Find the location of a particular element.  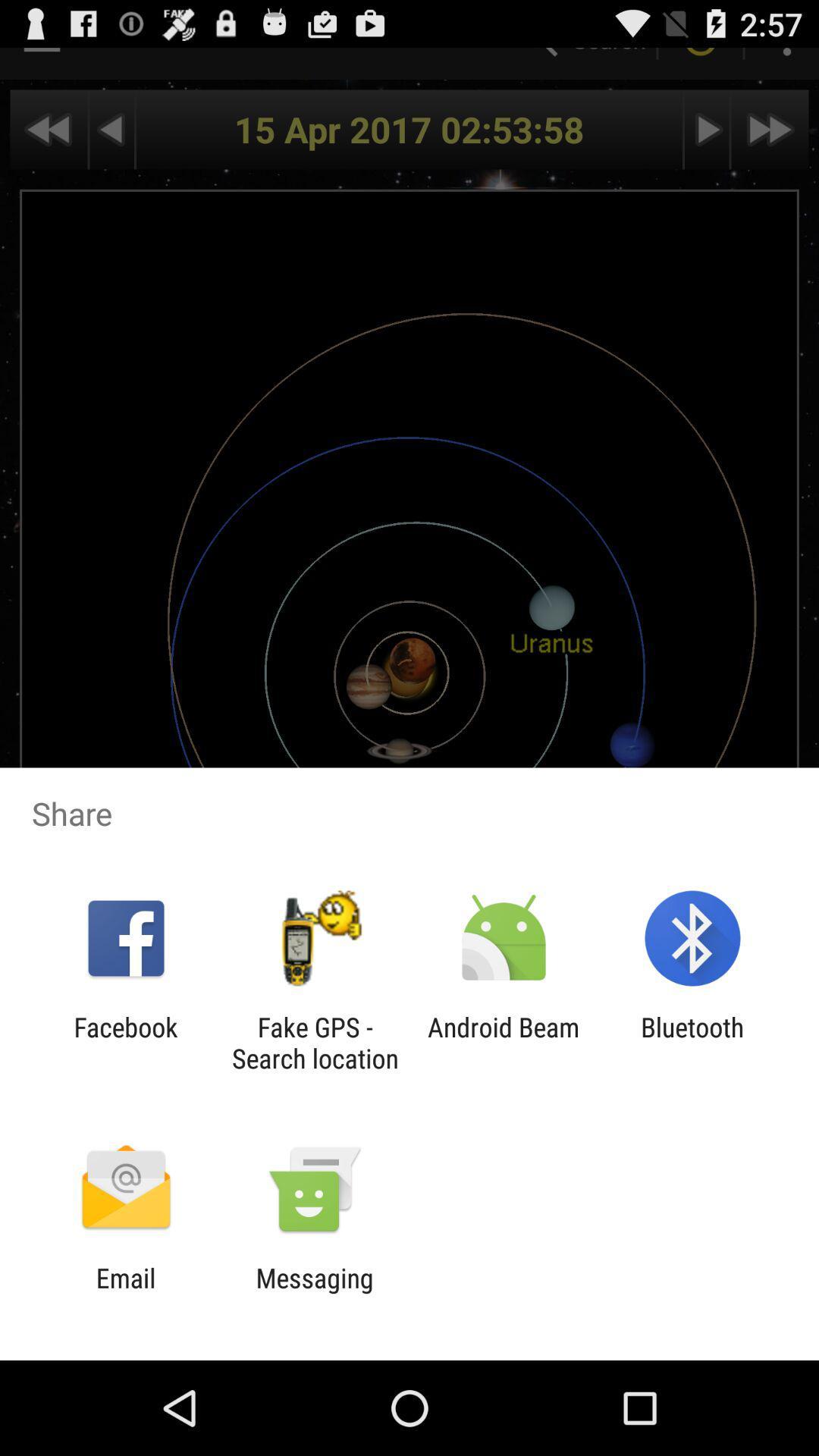

email icon is located at coordinates (125, 1293).